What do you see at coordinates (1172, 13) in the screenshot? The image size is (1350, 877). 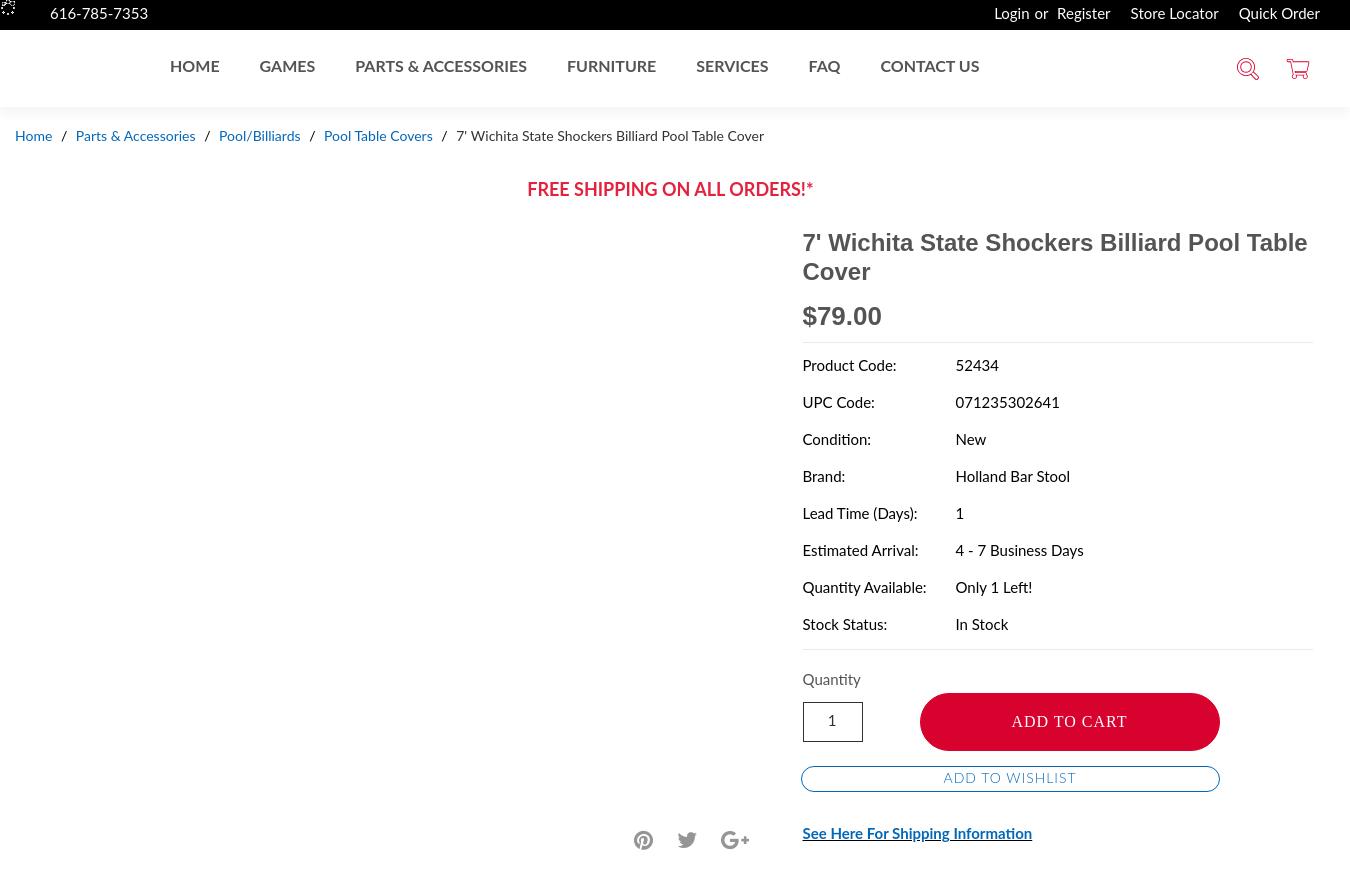 I see `'Store Locator'` at bounding box center [1172, 13].